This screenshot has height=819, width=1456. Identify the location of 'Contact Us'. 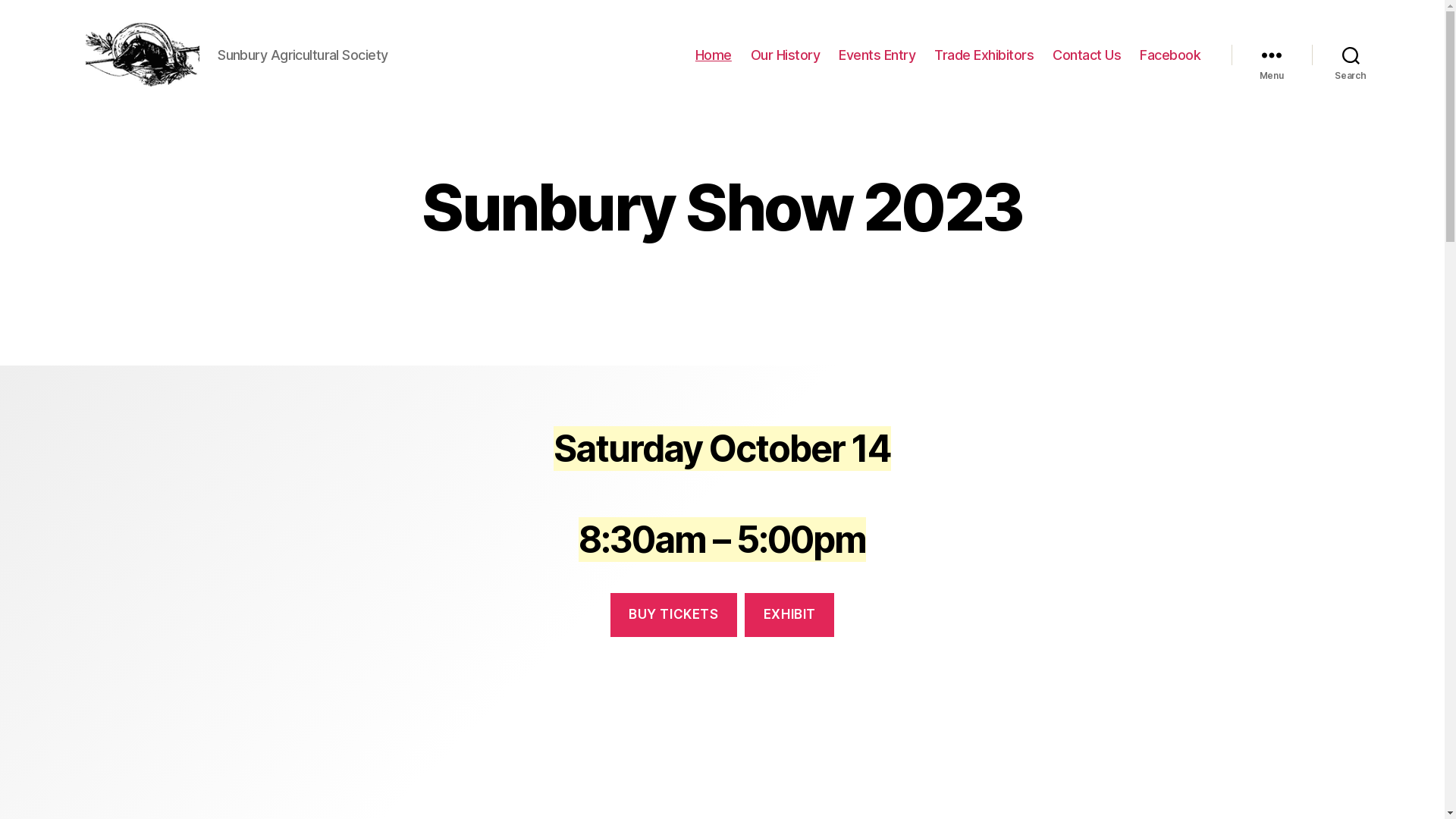
(1086, 55).